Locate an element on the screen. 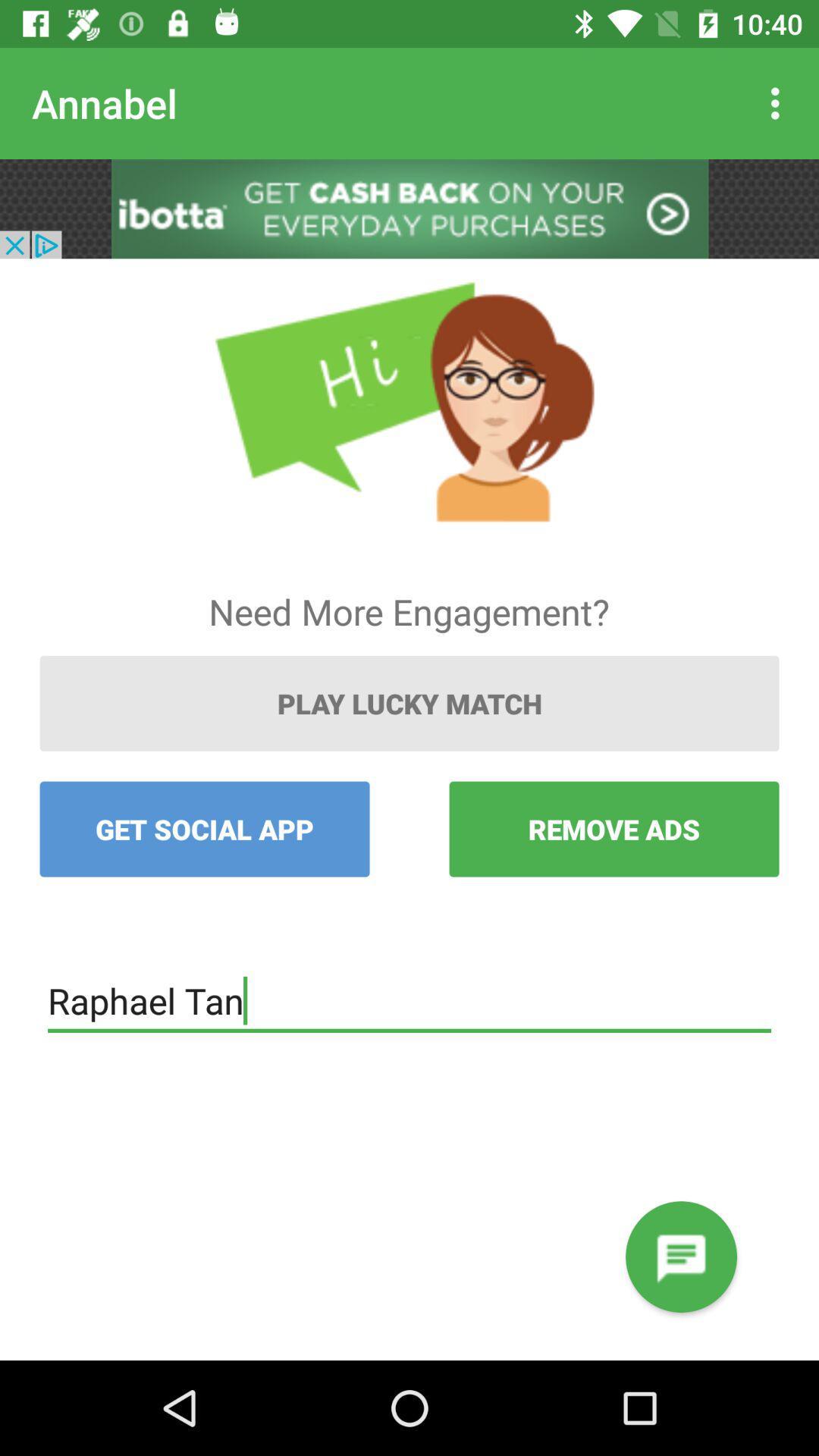 This screenshot has height=1456, width=819. message is located at coordinates (680, 1257).